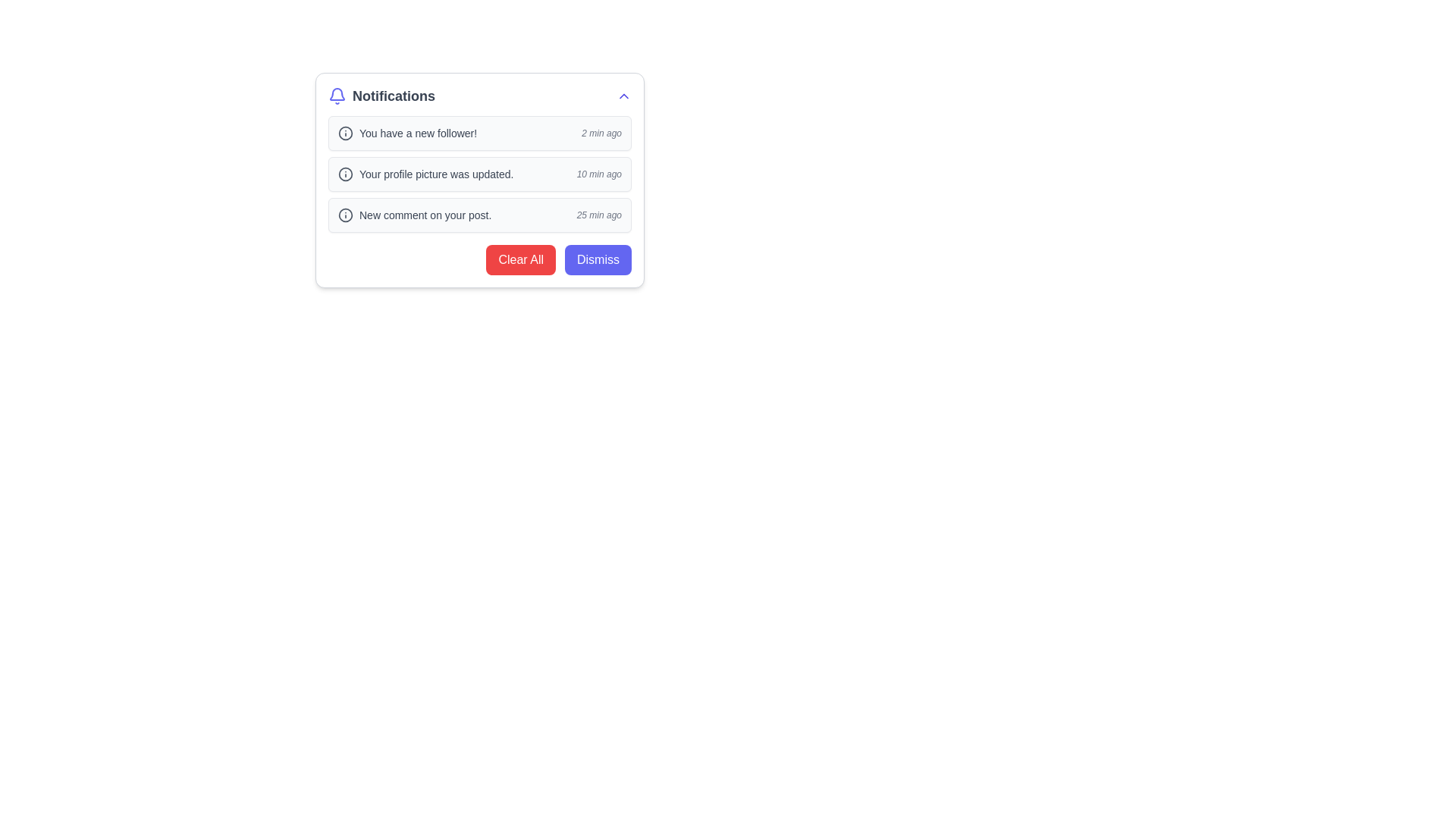  What do you see at coordinates (345, 215) in the screenshot?
I see `the information icon located to the left of the text in the notification labeled 'New comment on your post.'` at bounding box center [345, 215].